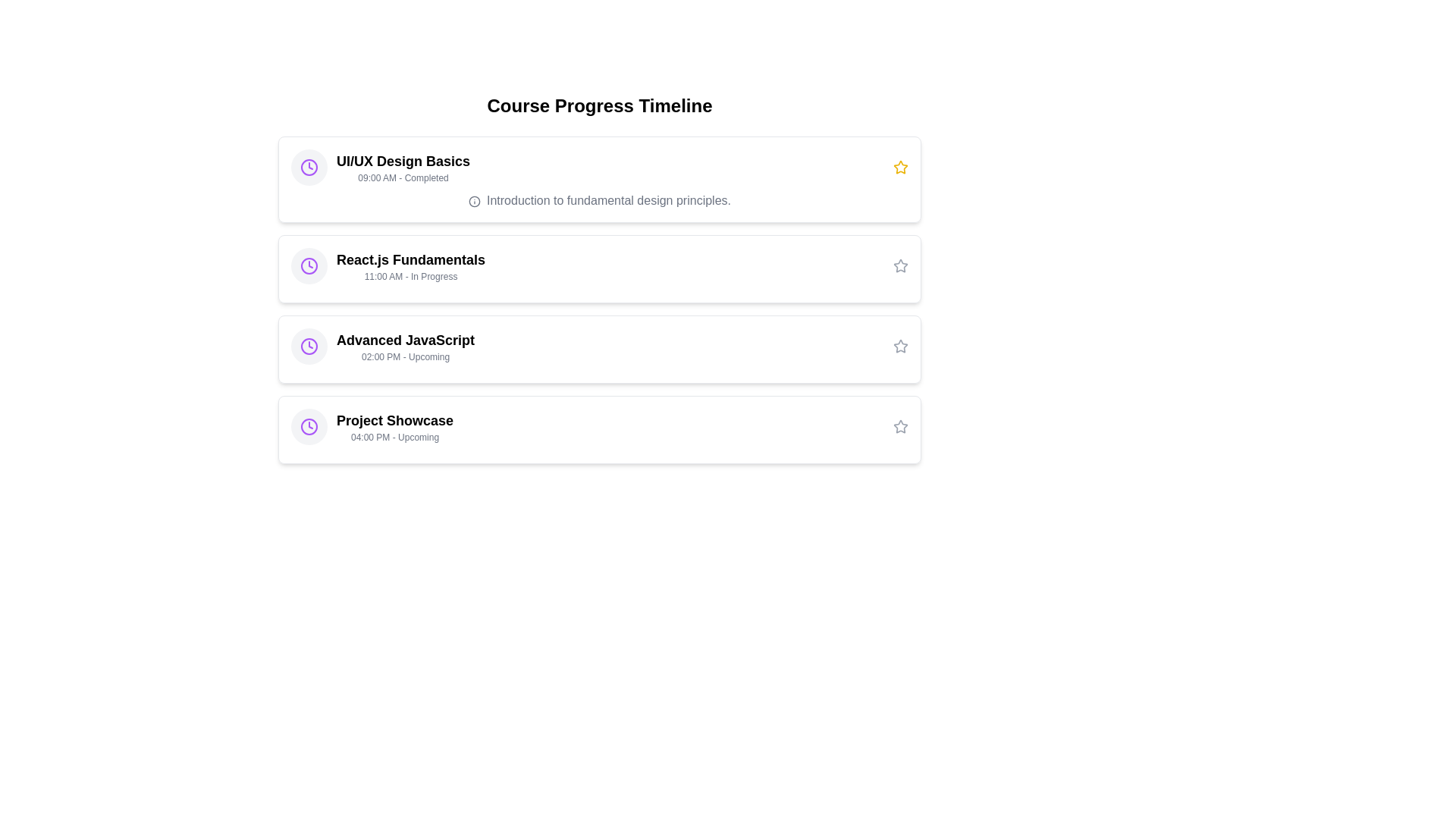  Describe the element at coordinates (395, 427) in the screenshot. I see `the text label displaying 'Project Showcase' and '04:00 PM - Upcoming', which is the fourth element in the vertical list under 'Course Progress Timeline'` at that location.